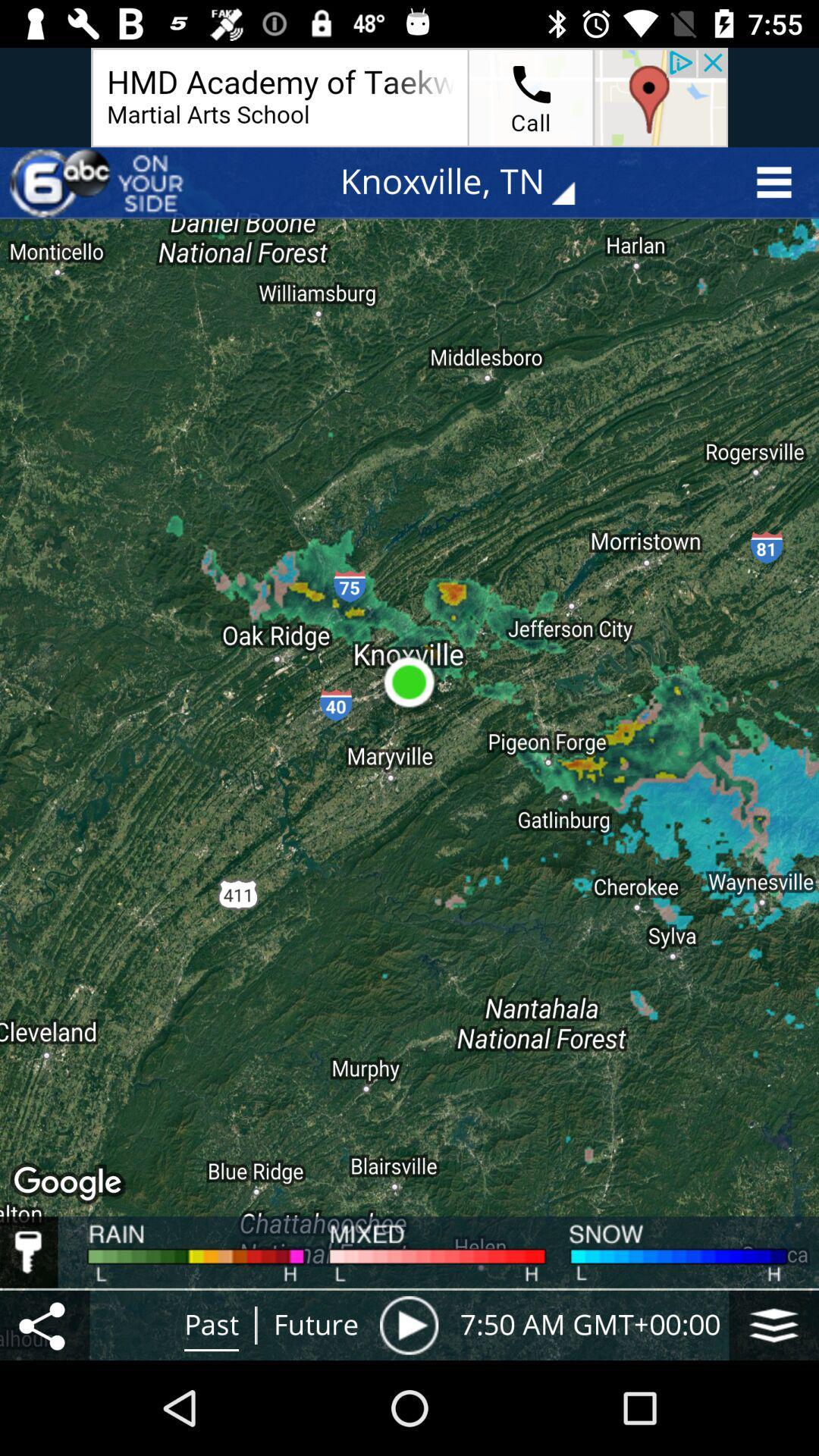  What do you see at coordinates (409, 1324) in the screenshot?
I see `play icon which is at the right side of future` at bounding box center [409, 1324].